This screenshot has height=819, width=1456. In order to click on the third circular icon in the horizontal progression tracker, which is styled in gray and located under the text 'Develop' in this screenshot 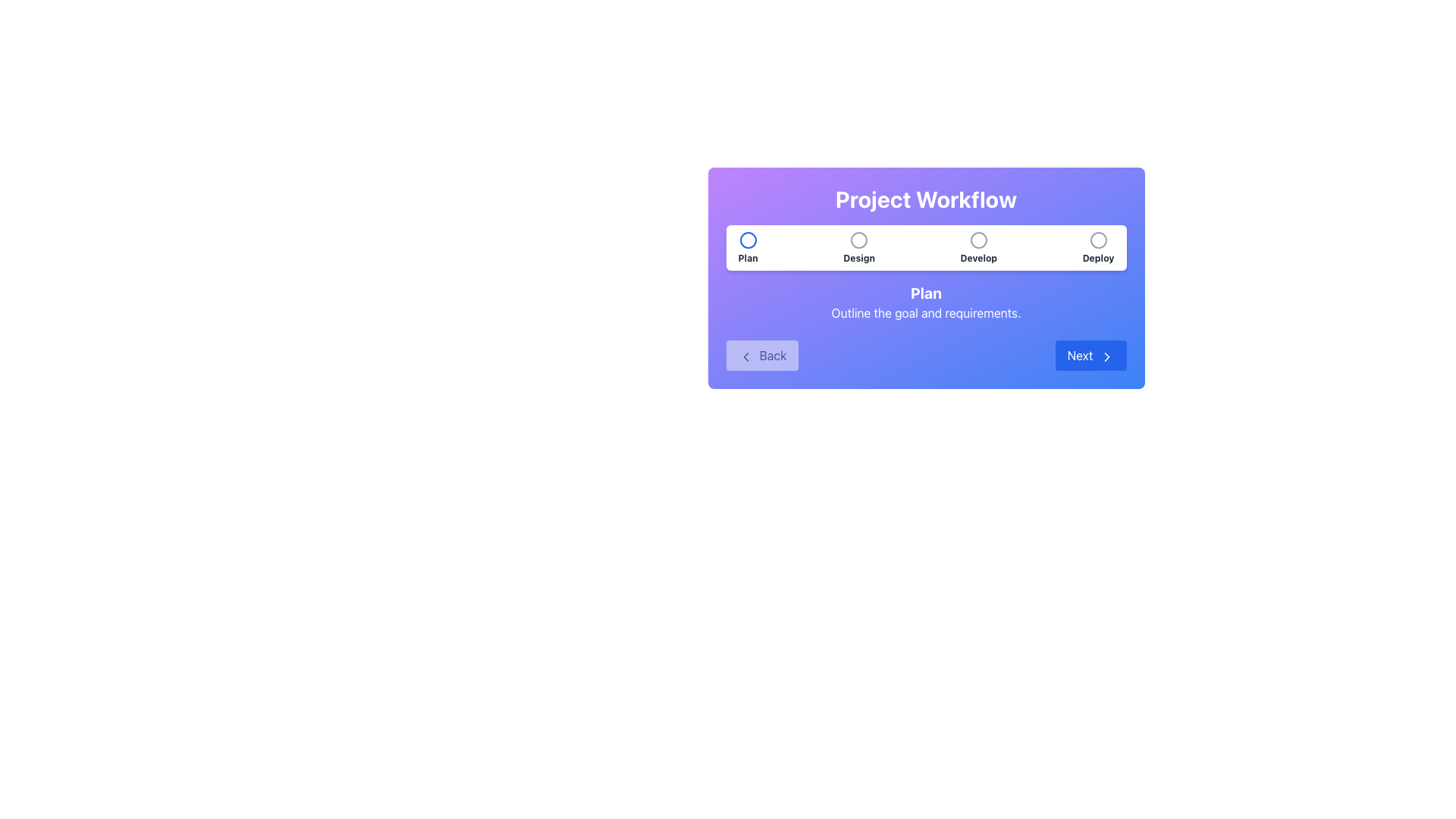, I will do `click(978, 239)`.